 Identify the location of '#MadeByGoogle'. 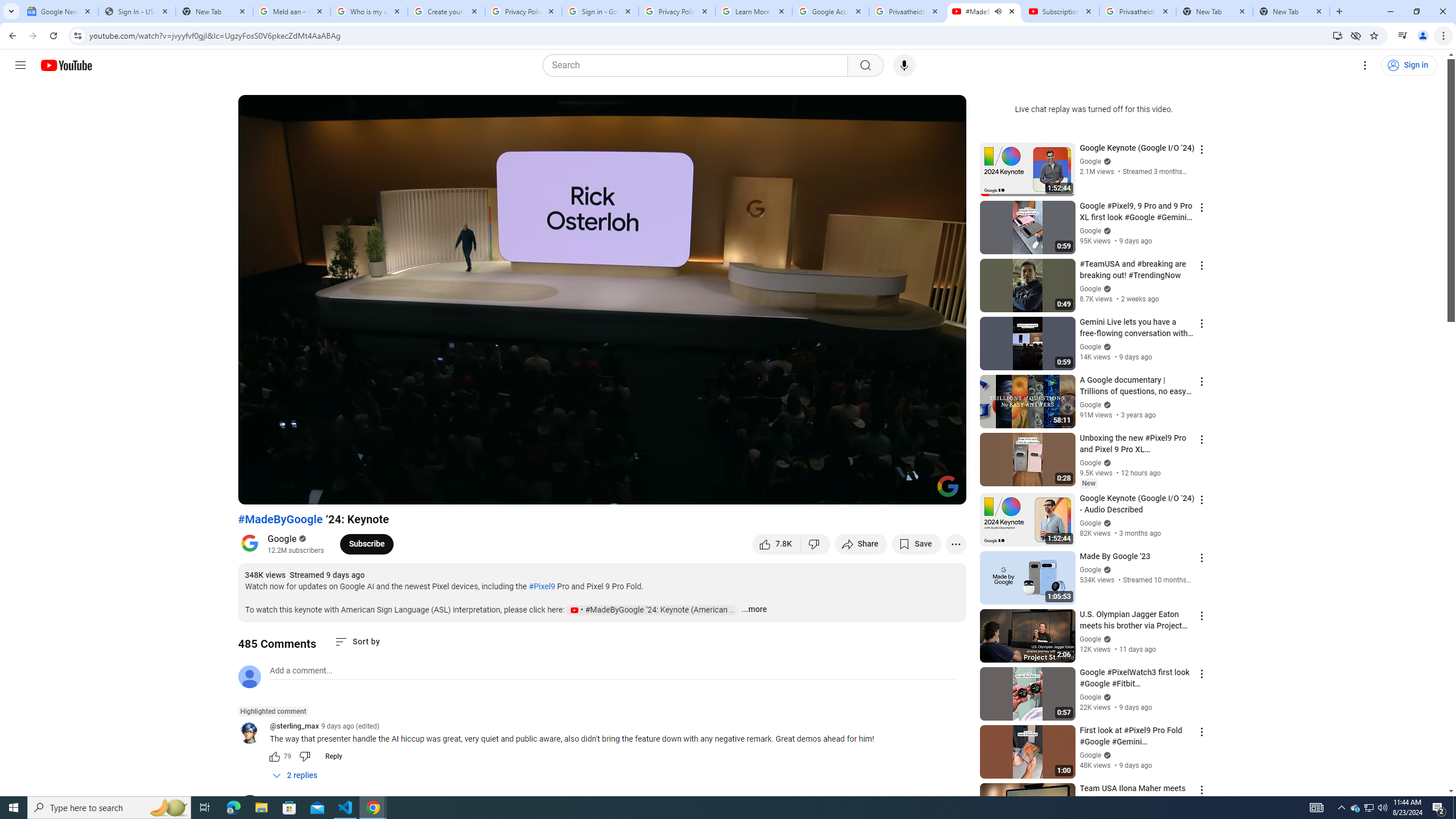
(280, 518).